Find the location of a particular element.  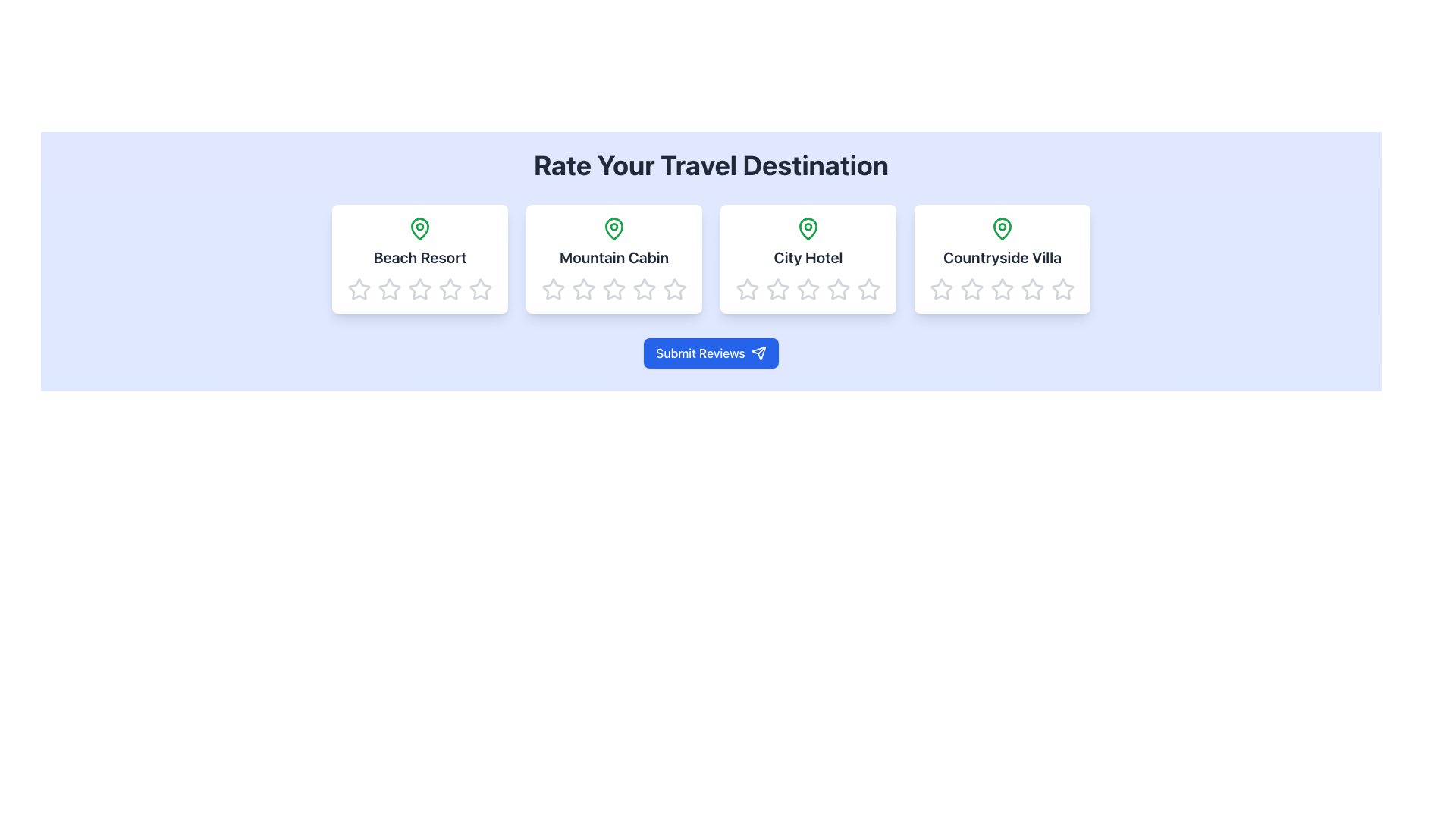

the third star icon to select the third rating level for the 'Countryside Villa' destination is located at coordinates (1002, 289).